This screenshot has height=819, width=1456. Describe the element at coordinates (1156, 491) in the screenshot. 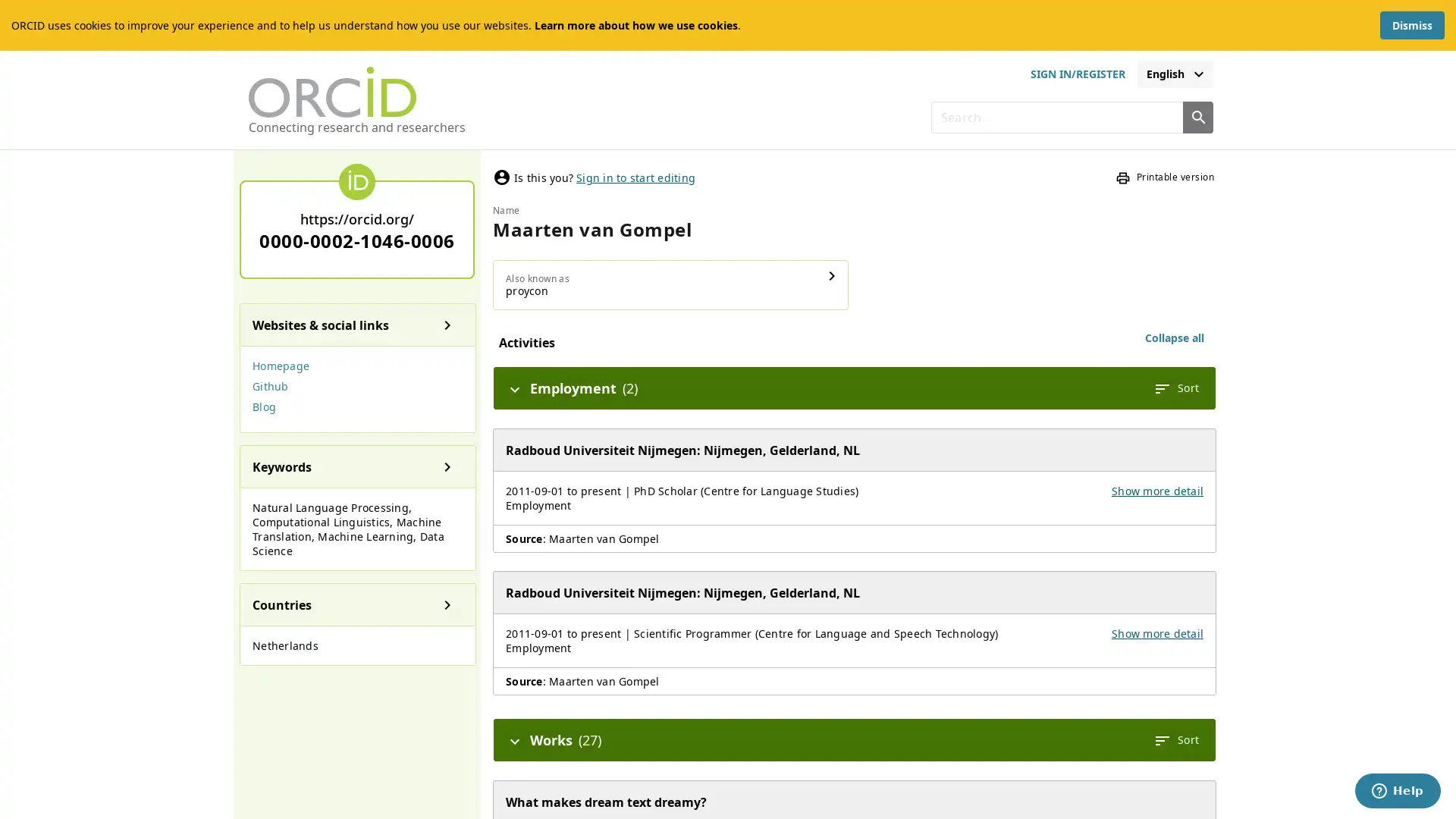

I see `Show more detail` at that location.